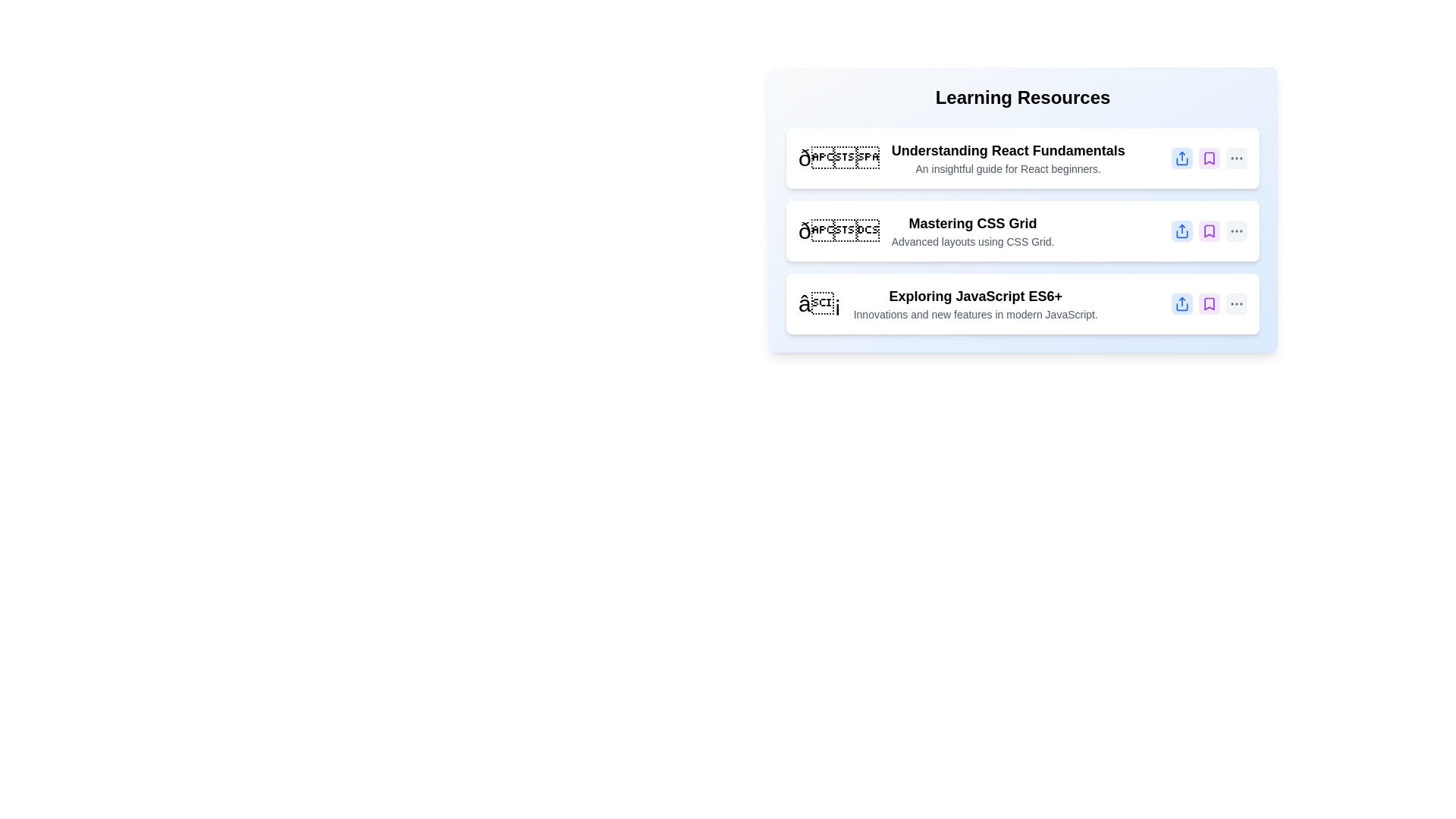 This screenshot has height=819, width=1456. Describe the element at coordinates (1208, 231) in the screenshot. I see `bookmark button for the item titled 'Mastering CSS Grid'` at that location.